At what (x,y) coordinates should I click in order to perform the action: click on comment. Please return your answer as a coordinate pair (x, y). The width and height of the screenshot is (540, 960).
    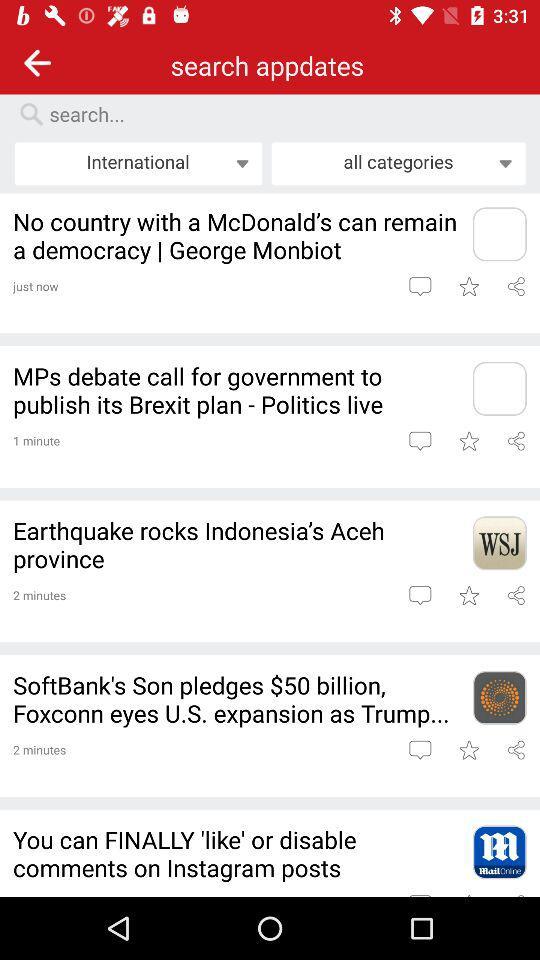
    Looking at the image, I should click on (419, 285).